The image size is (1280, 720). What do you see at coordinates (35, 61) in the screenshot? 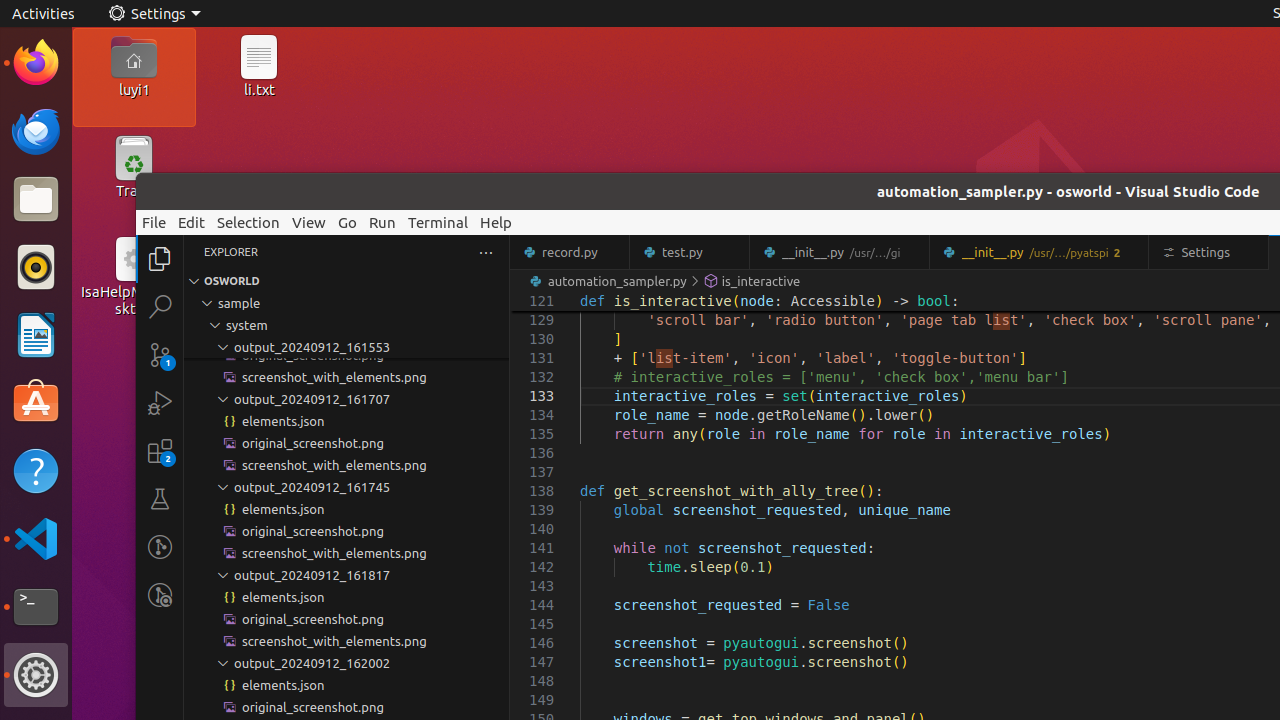
I see `'Firefox Web Browser'` at bounding box center [35, 61].